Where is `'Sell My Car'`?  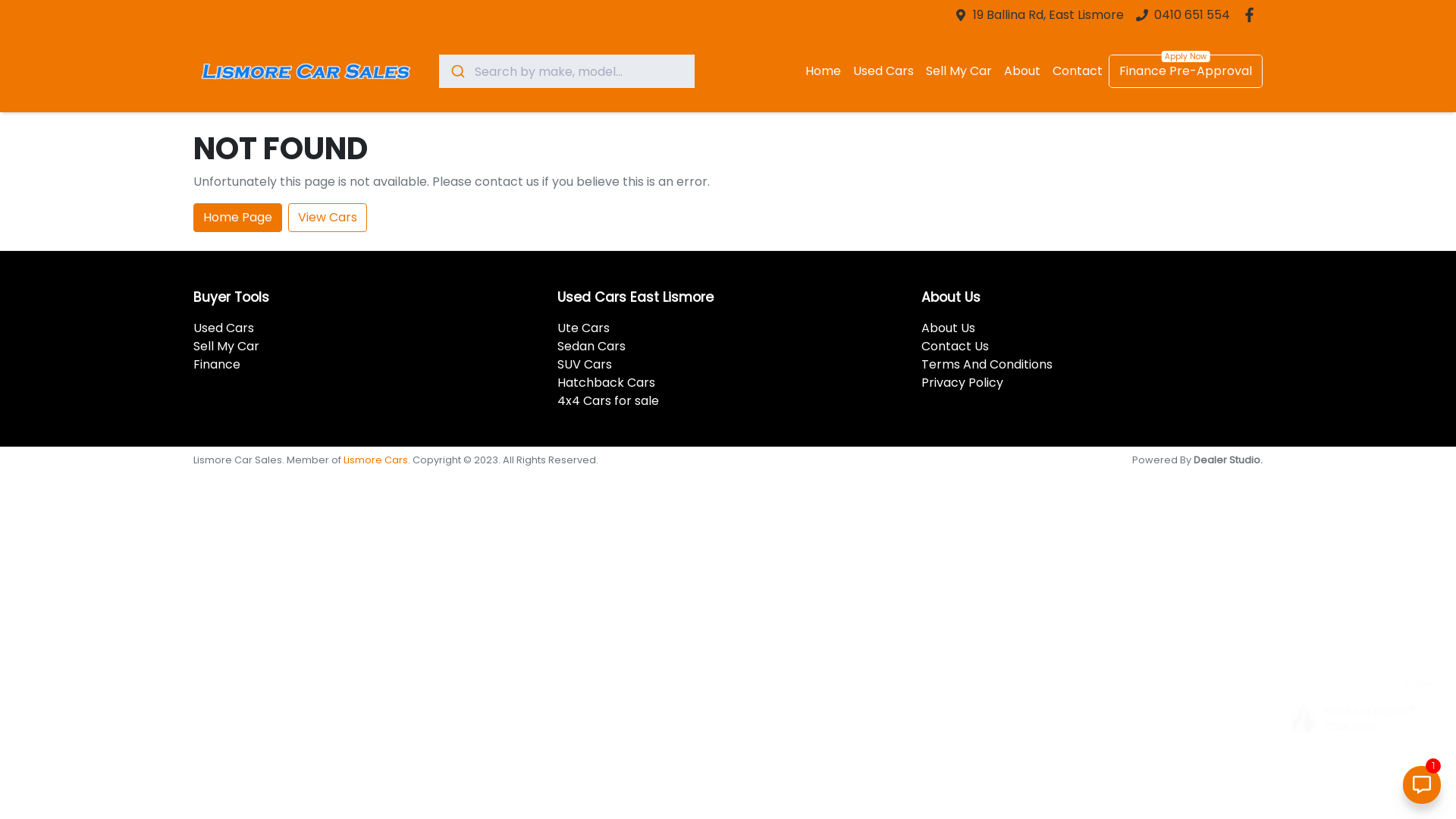 'Sell My Car' is located at coordinates (225, 346).